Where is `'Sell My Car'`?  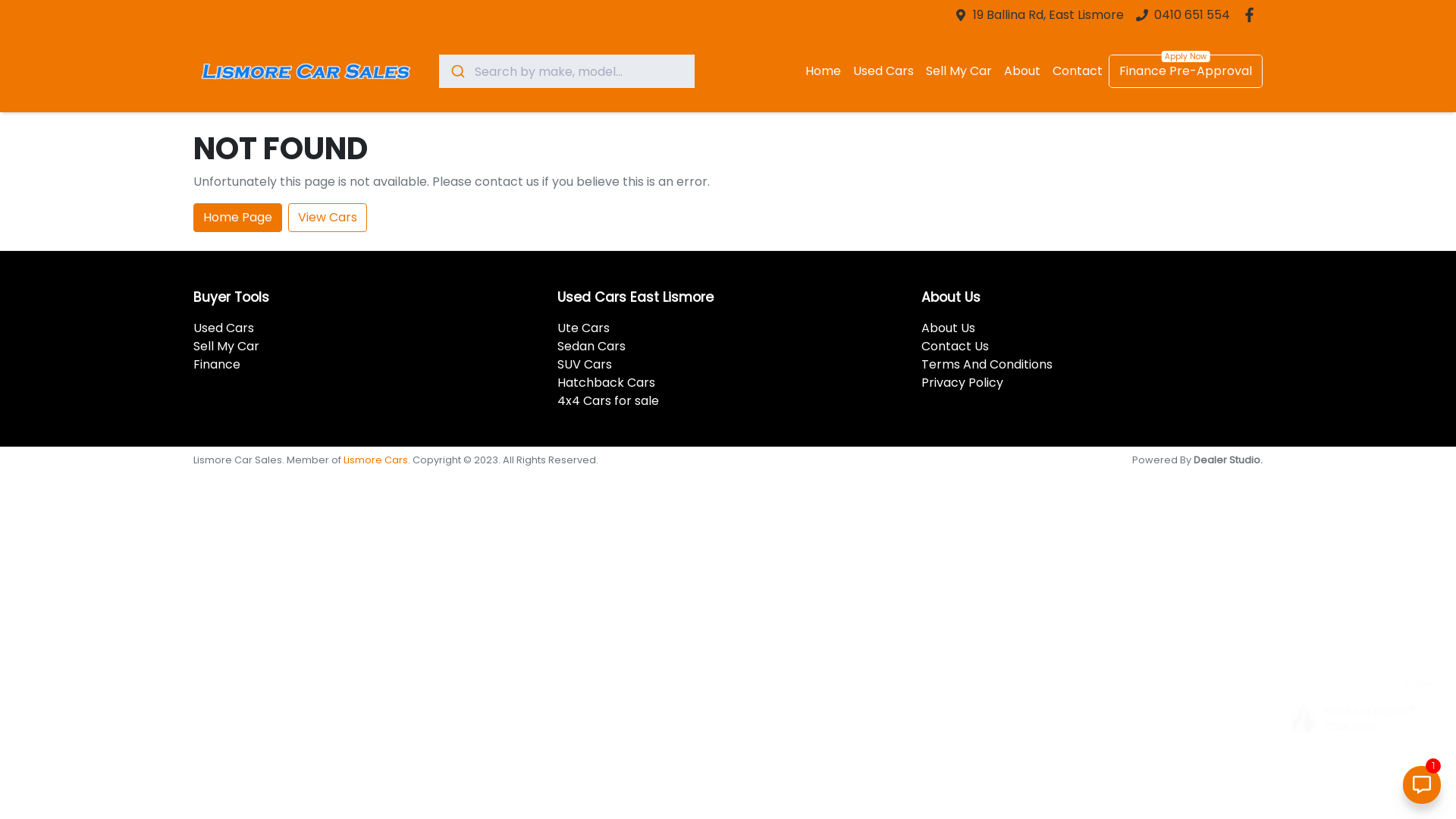 'Sell My Car' is located at coordinates (225, 346).